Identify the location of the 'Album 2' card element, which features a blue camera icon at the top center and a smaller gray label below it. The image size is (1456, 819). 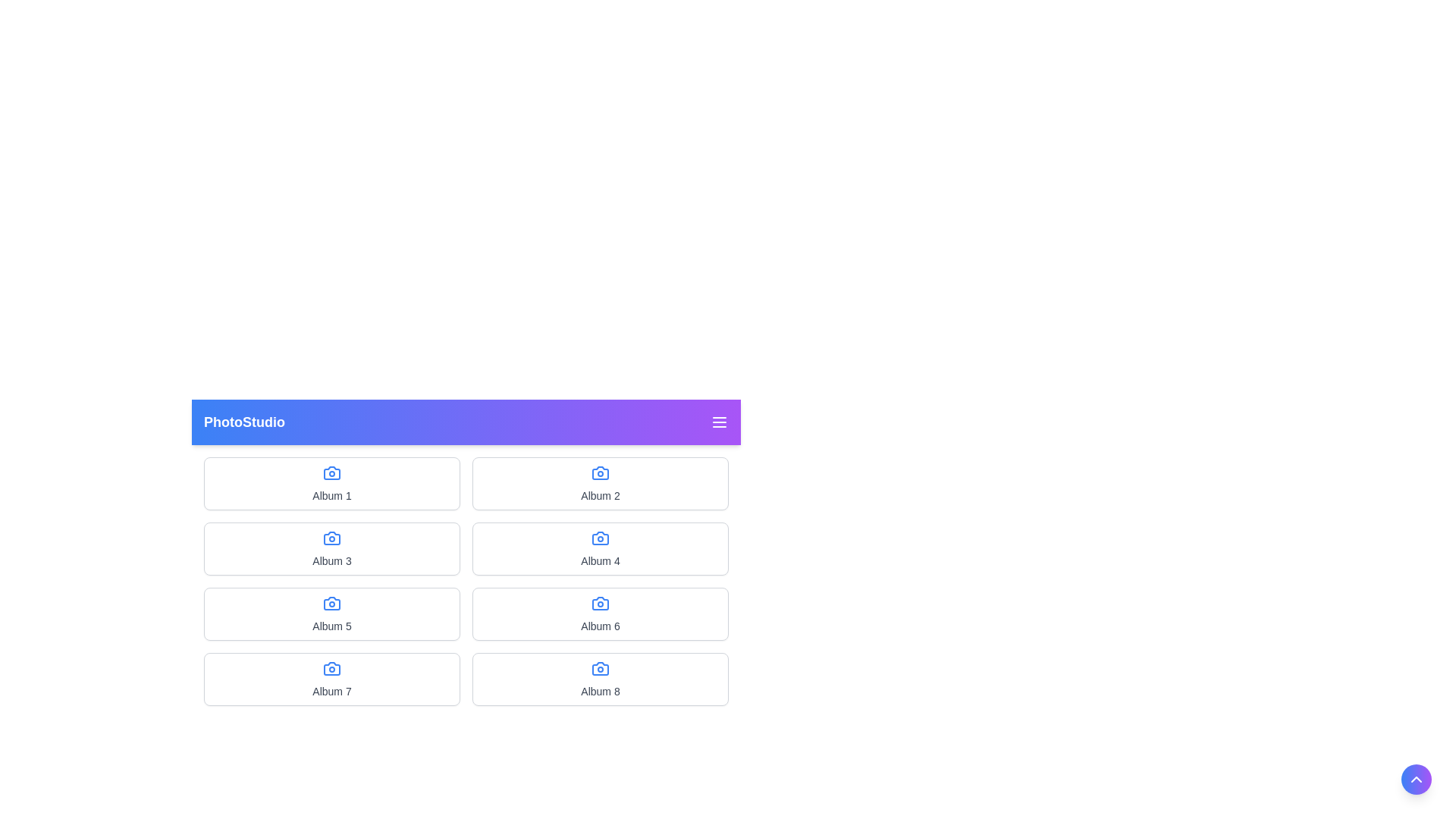
(600, 483).